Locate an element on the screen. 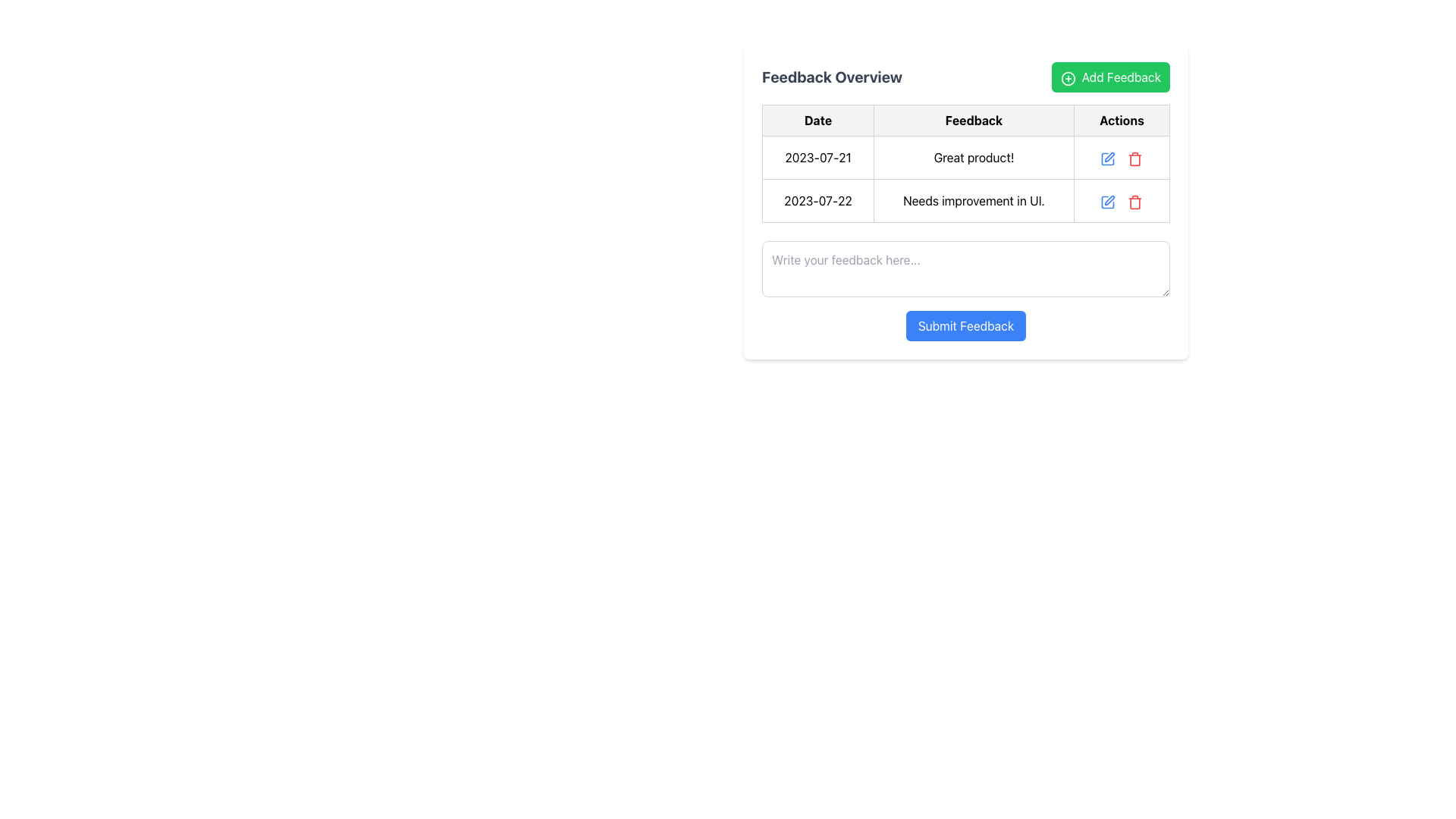 This screenshot has height=819, width=1456. the first icon button in the 'Actions' column of the second row of the feedback table is located at coordinates (1108, 158).